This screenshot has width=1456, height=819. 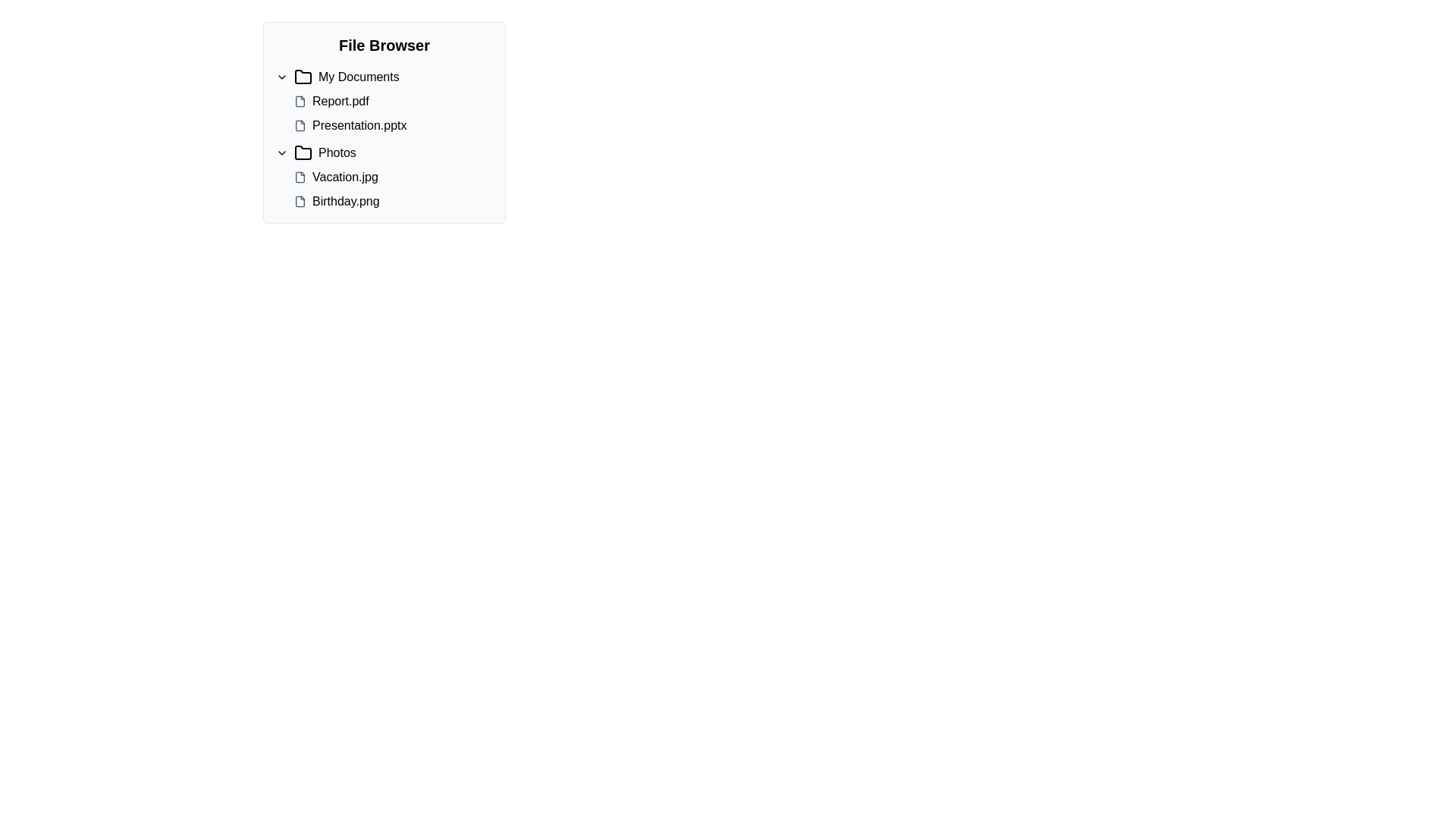 I want to click on the 'Vacation.jpg' file entry in the file browser, so click(x=393, y=177).